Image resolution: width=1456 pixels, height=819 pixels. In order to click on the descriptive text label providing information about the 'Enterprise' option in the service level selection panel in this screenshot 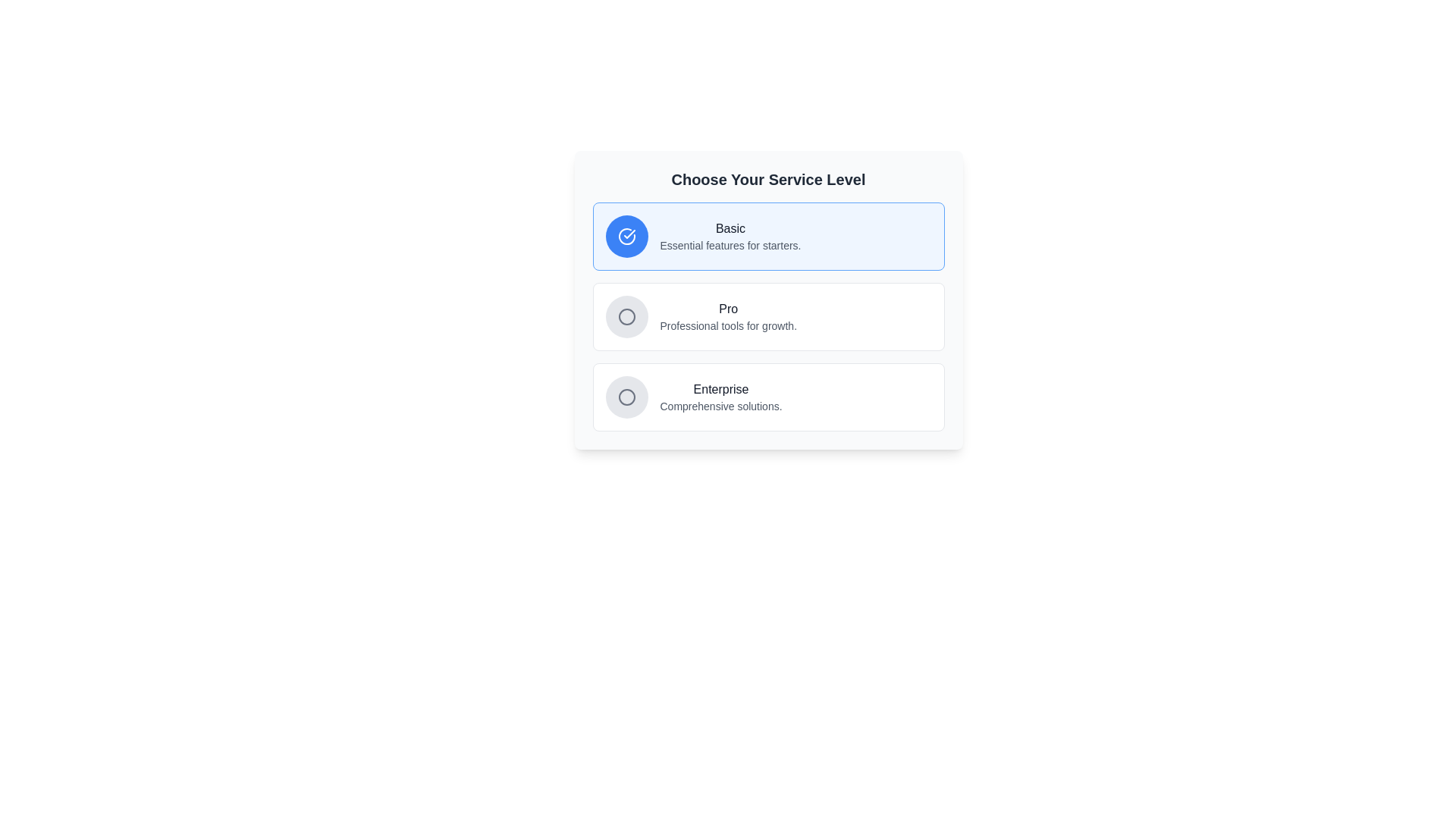, I will do `click(720, 406)`.